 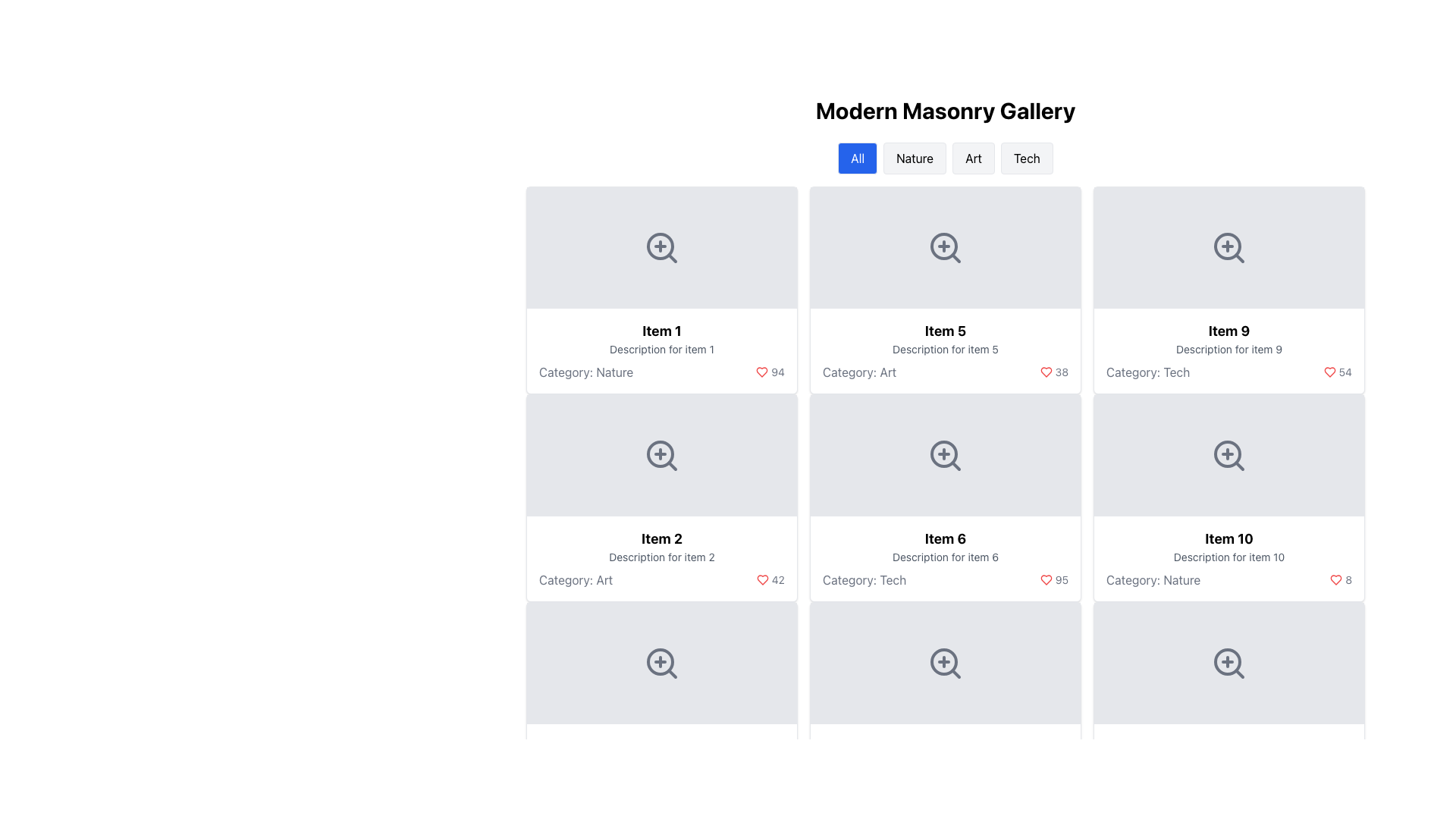 What do you see at coordinates (662, 455) in the screenshot?
I see `the zoom-in icon button located in the second row, first column of the grid under 'Modern Masonry Gallery', positioned above 'Item 2'` at bounding box center [662, 455].